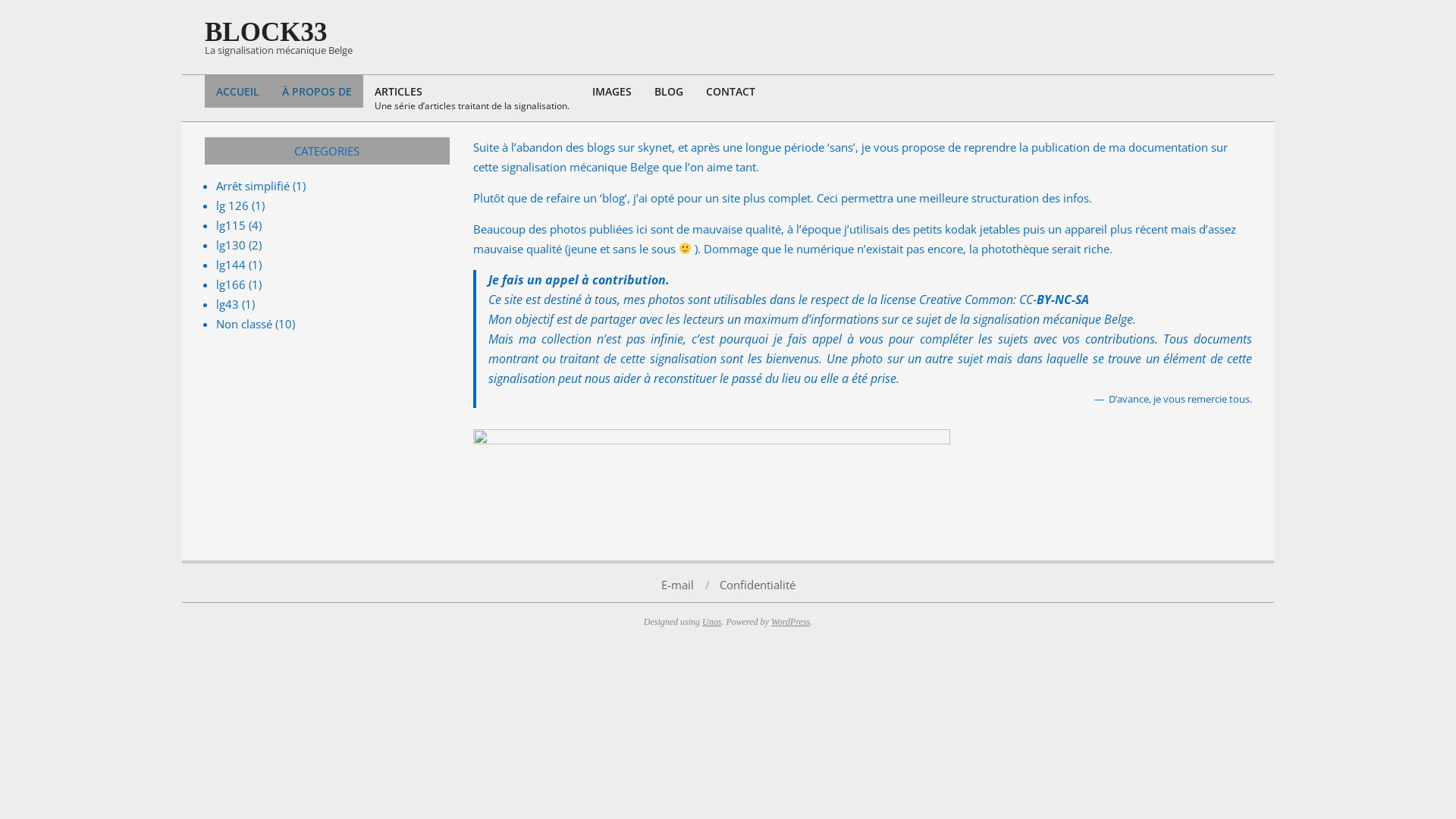 The width and height of the screenshot is (1456, 819). Describe the element at coordinates (580, 91) in the screenshot. I see `'IMAGES'` at that location.